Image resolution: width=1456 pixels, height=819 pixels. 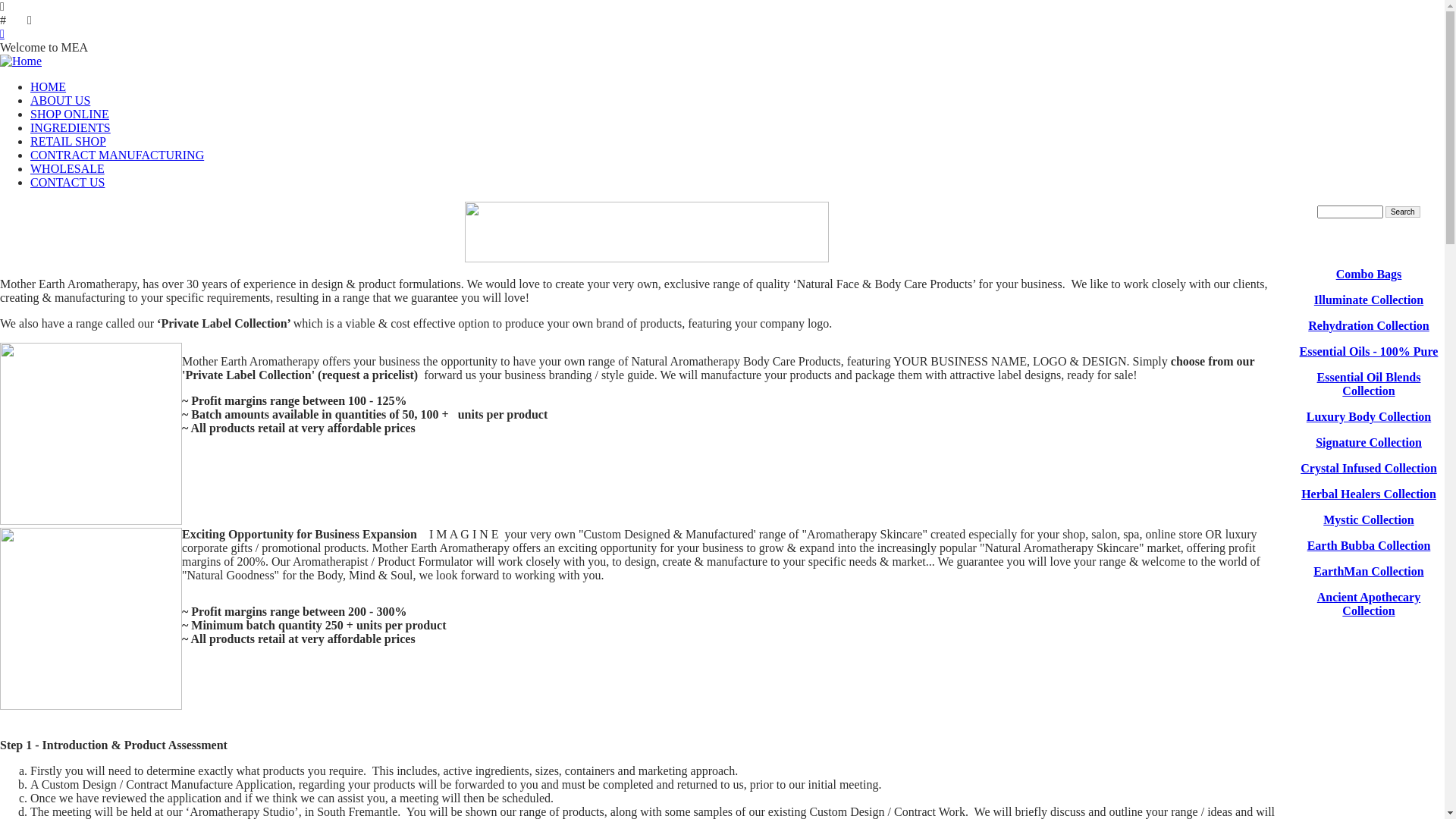 I want to click on 'Herbal Healers Collection', so click(x=1368, y=494).